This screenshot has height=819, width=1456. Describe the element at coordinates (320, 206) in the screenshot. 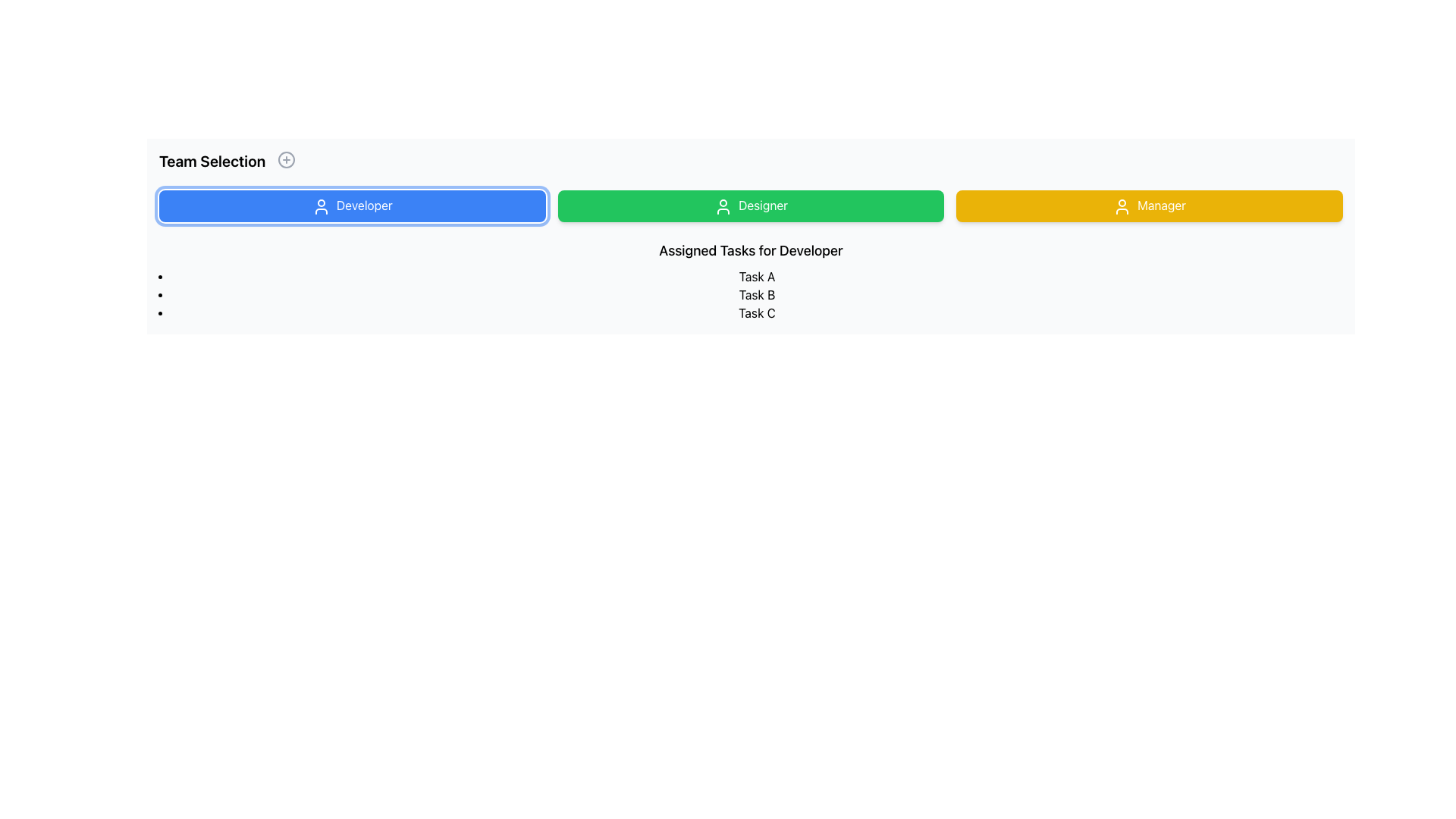

I see `the user icon with a circular head and shoulders design, which is part of the rectangular blue button labeled 'Developer'` at that location.